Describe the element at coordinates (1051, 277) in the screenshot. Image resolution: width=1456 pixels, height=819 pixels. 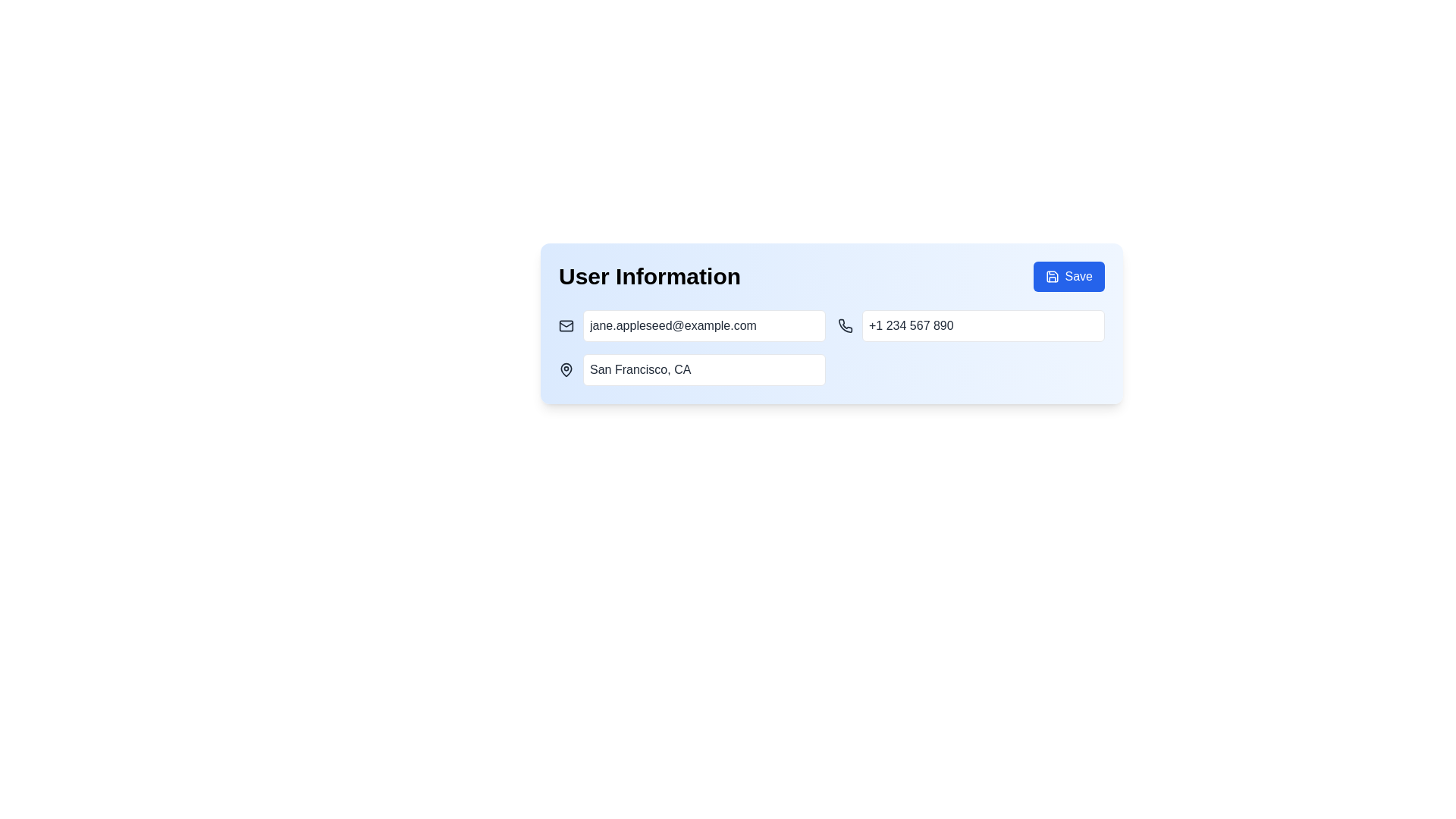
I see `the save icon located near the upper right corner of the save button at the top-right corner of the UI panel` at that location.